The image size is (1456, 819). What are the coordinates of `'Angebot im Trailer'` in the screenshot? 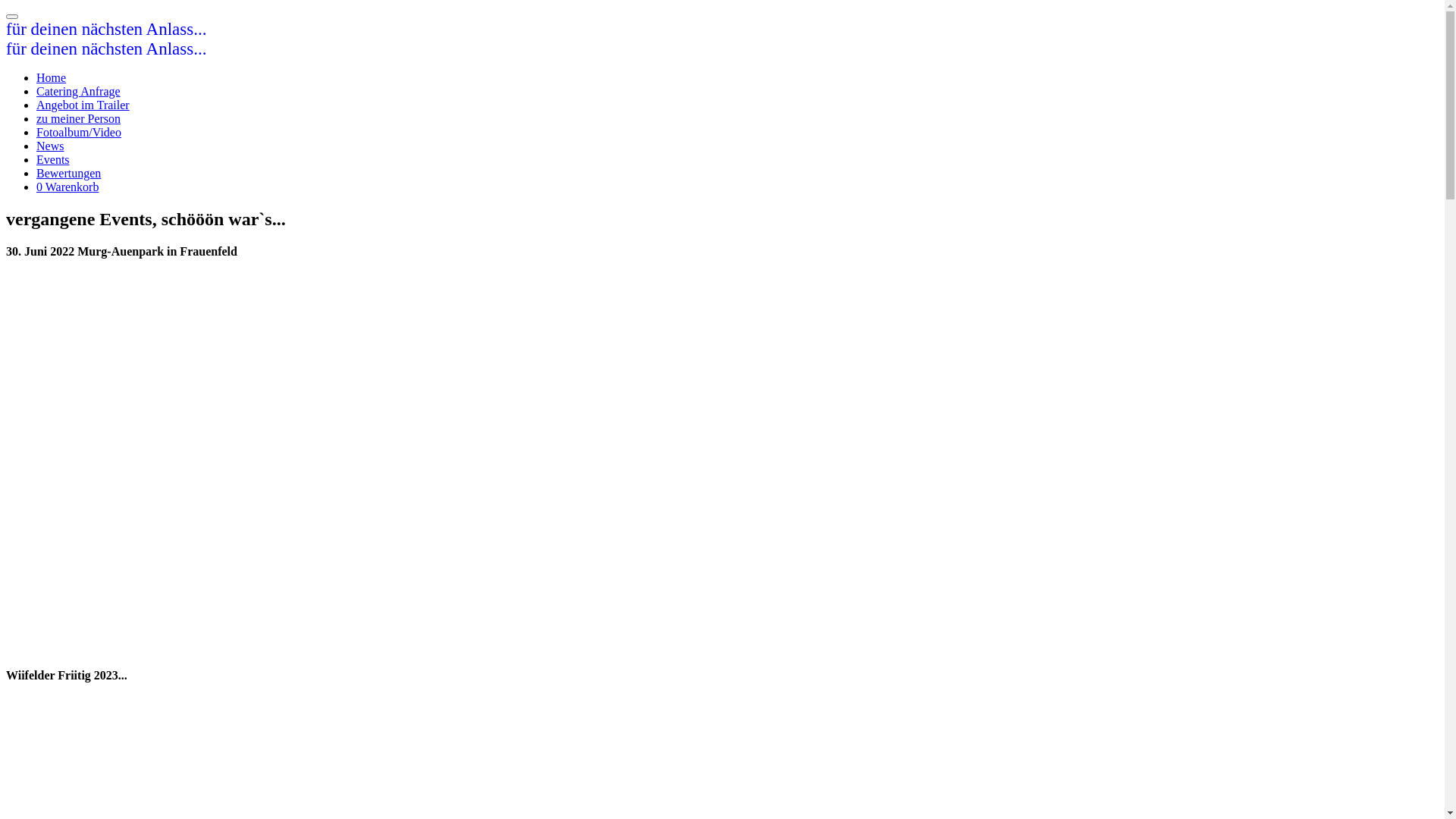 It's located at (82, 104).